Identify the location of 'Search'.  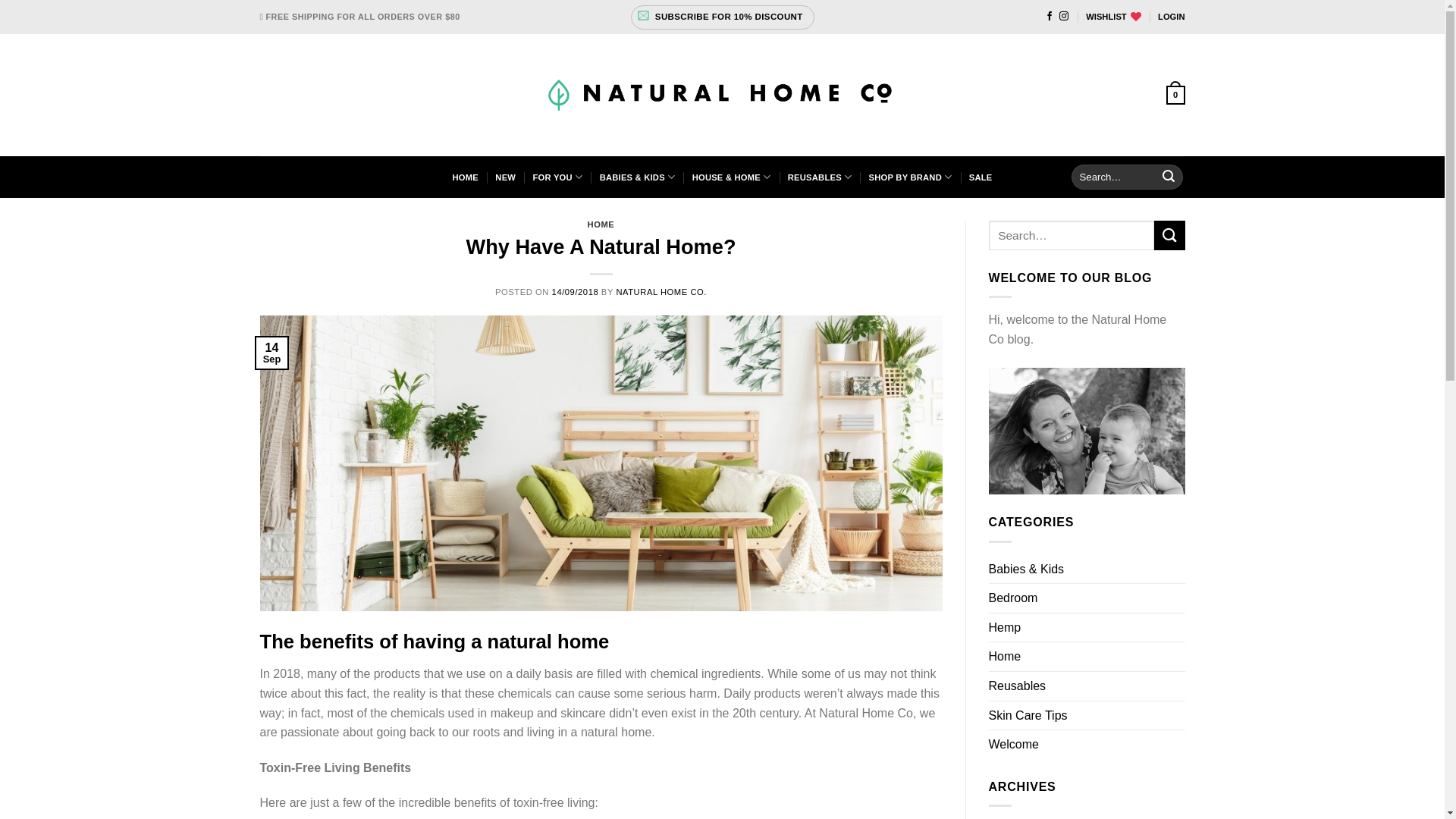
(1167, 177).